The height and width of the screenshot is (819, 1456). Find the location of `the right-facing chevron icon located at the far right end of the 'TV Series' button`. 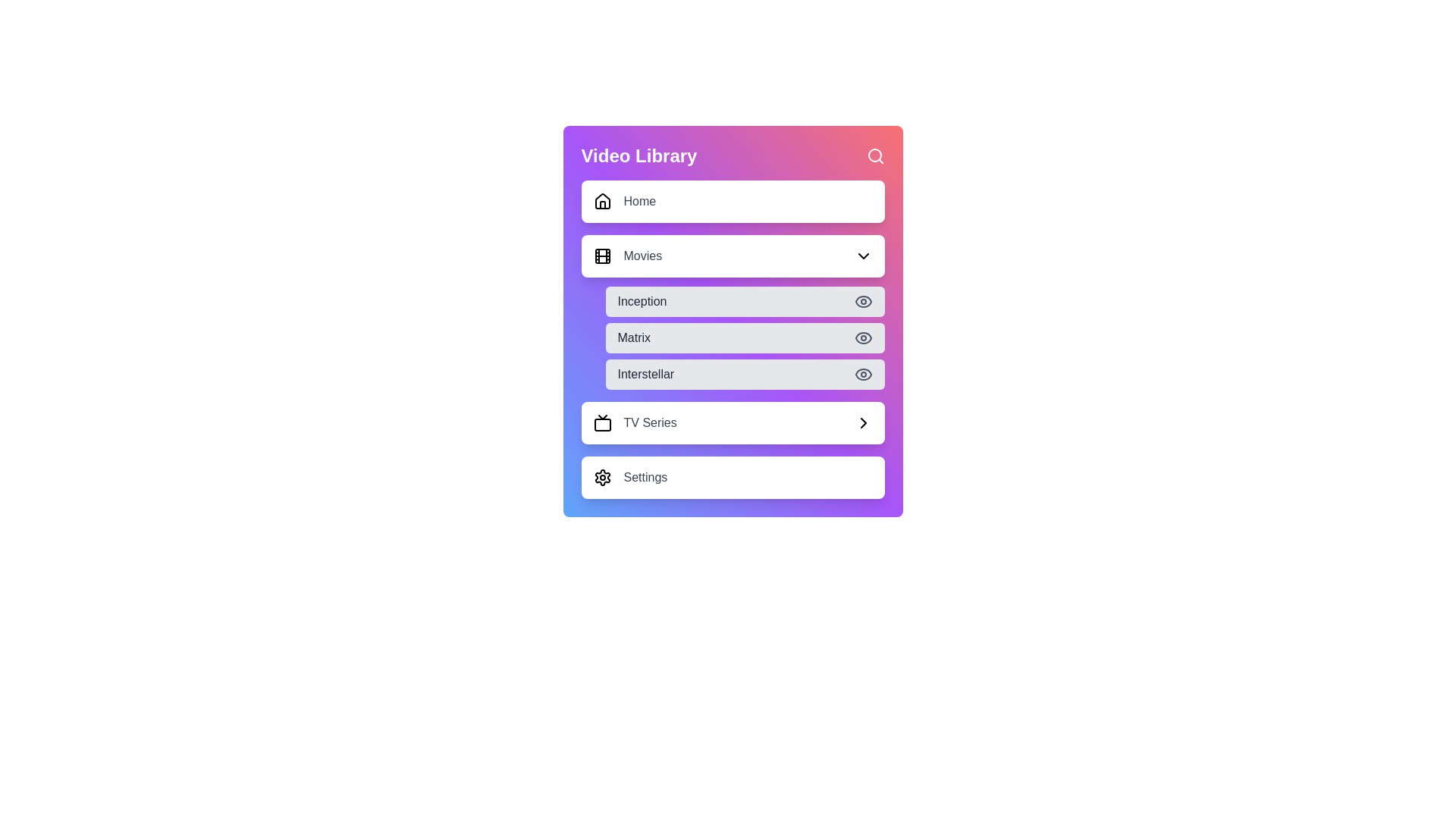

the right-facing chevron icon located at the far right end of the 'TV Series' button is located at coordinates (863, 423).